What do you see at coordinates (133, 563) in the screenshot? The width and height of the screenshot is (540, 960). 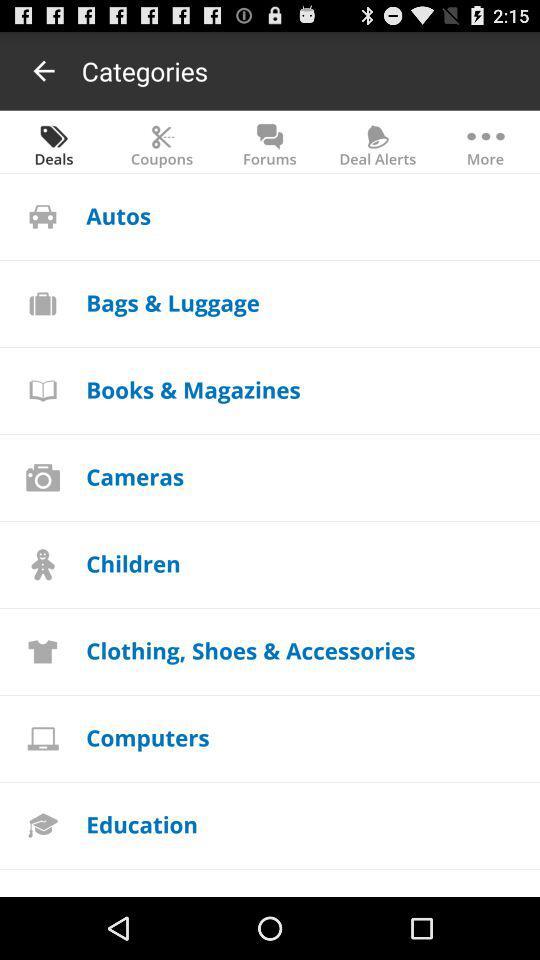 I see `the icon above clothing, shoes & accessories` at bounding box center [133, 563].